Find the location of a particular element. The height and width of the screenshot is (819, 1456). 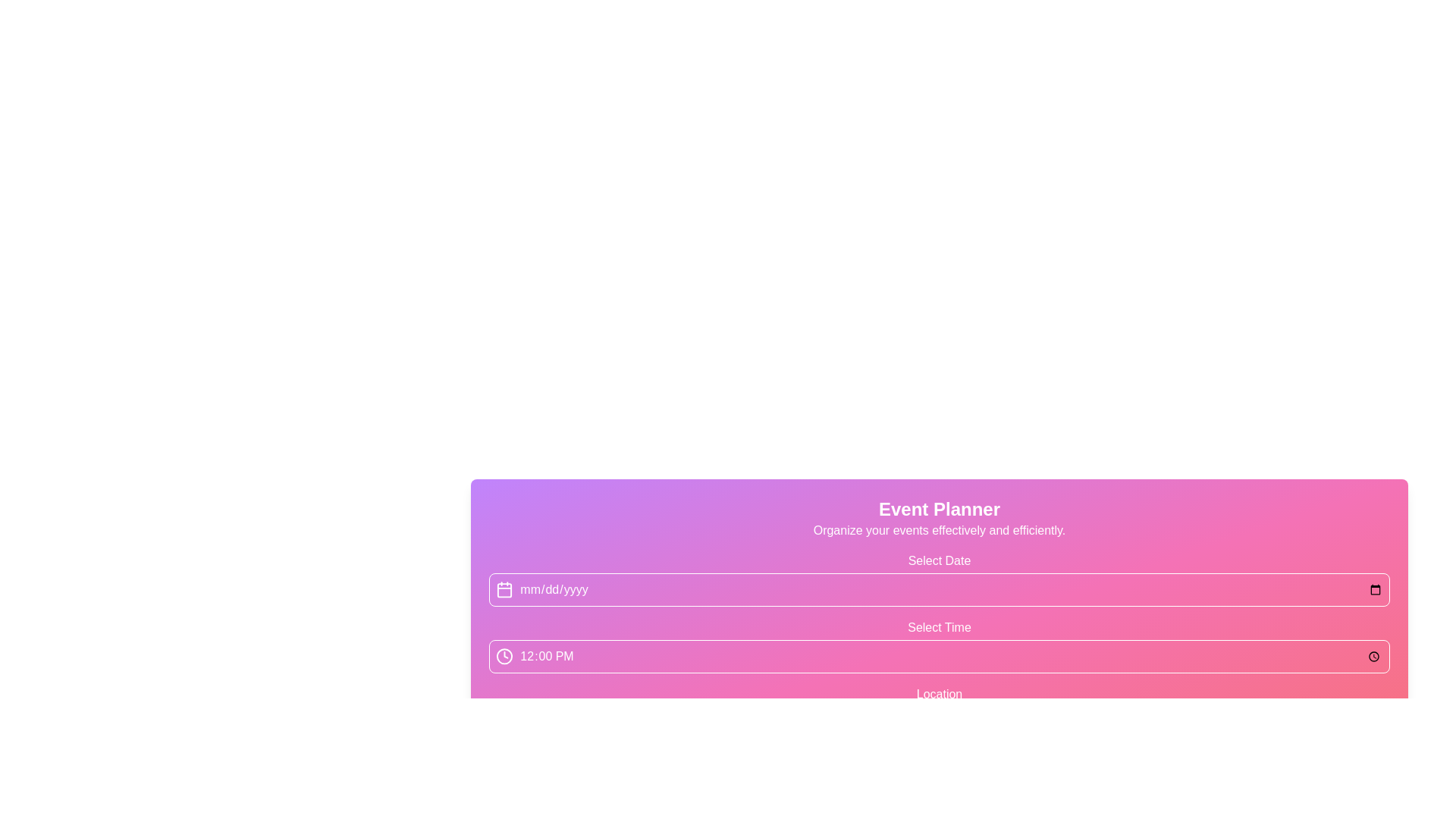

the white calendar icon on the gradient purple-to-pink background, positioned to the left of the 'mm/dd/yyyy' text input field is located at coordinates (504, 589).